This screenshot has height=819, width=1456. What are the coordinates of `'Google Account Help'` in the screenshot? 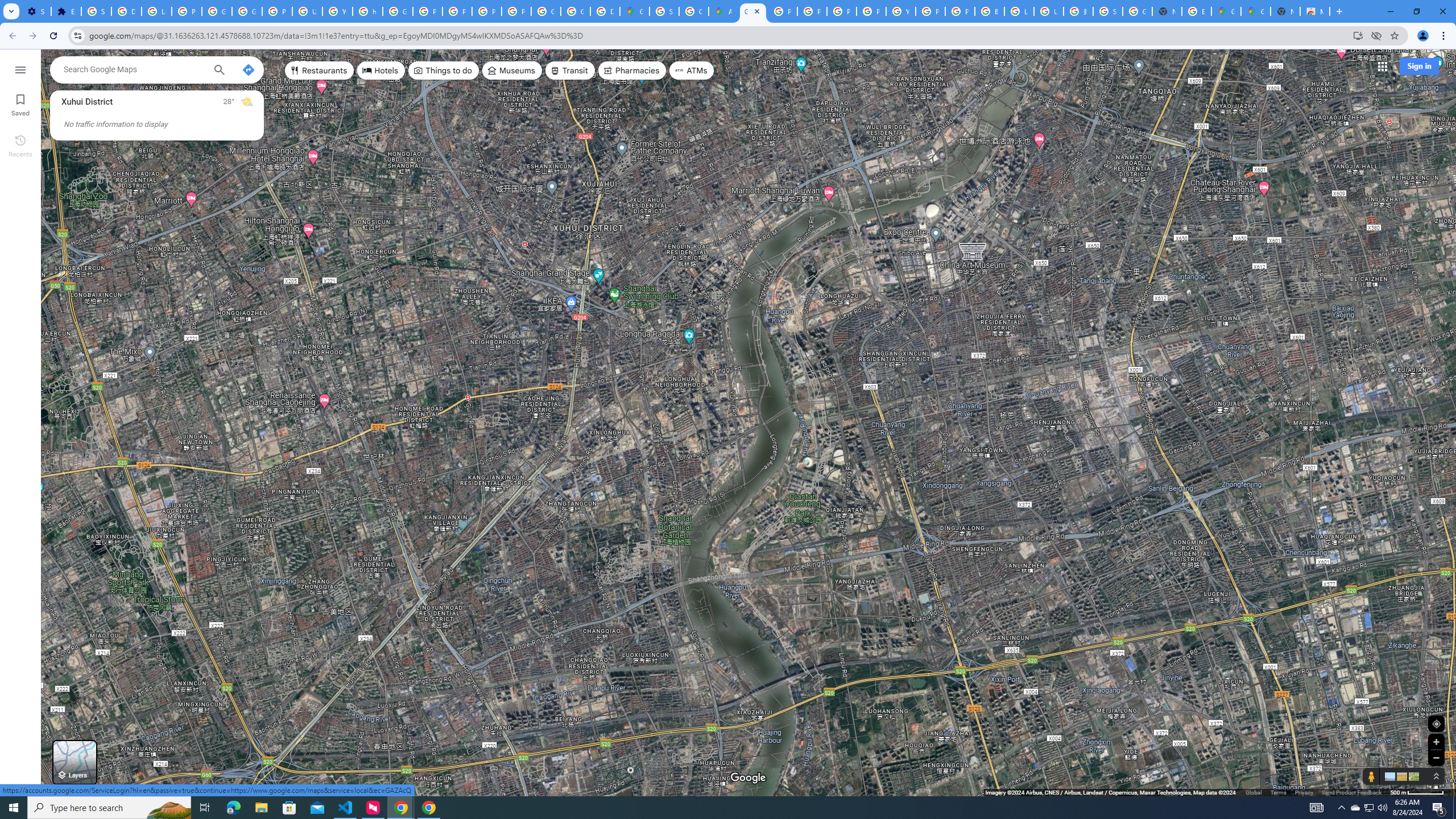 It's located at (247, 11).